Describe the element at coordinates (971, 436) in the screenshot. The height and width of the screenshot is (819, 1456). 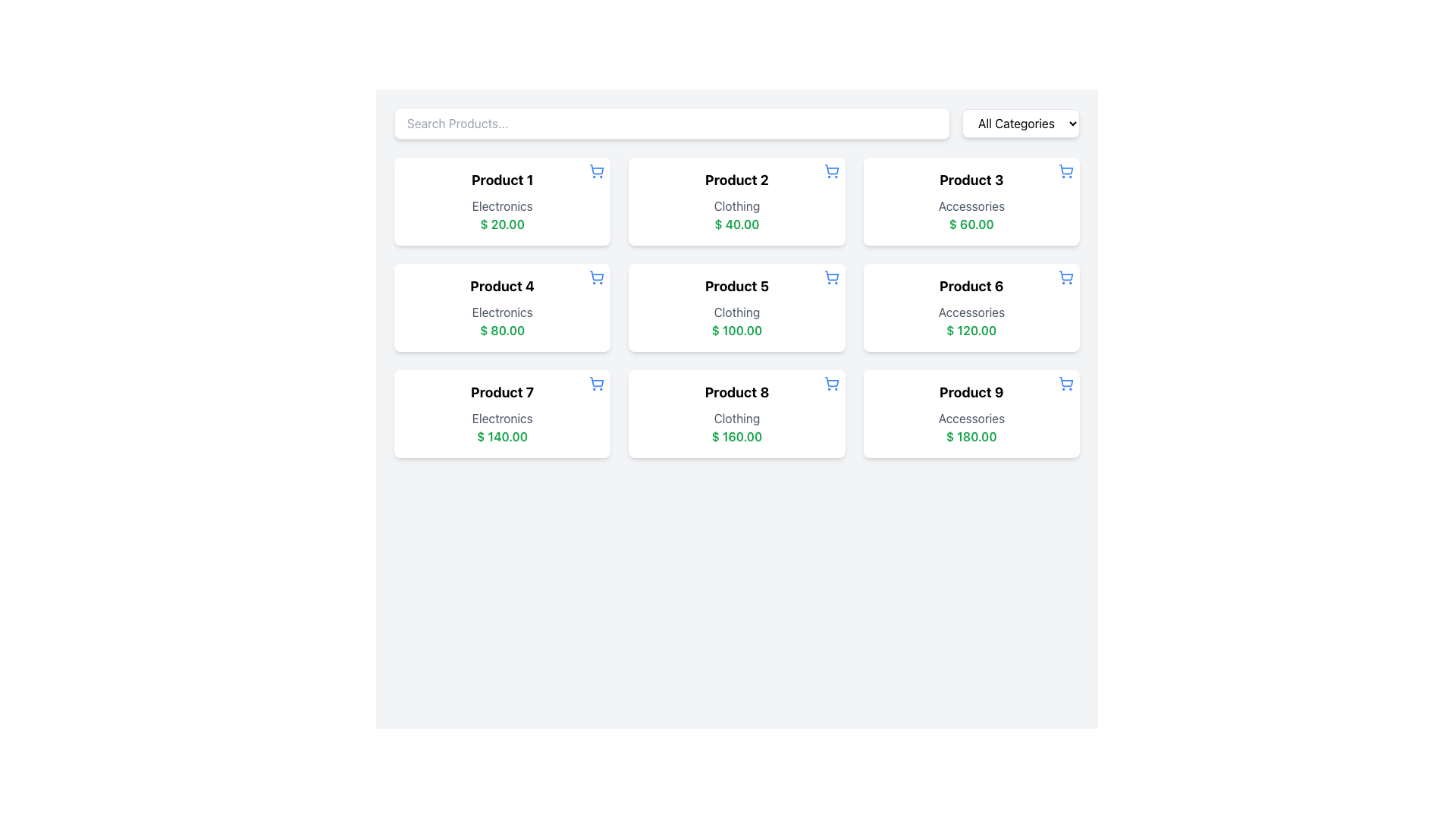
I see `the static text element that indicates the price of Product 9, located below the 'Accessories' text and above a right-aligned icon` at that location.